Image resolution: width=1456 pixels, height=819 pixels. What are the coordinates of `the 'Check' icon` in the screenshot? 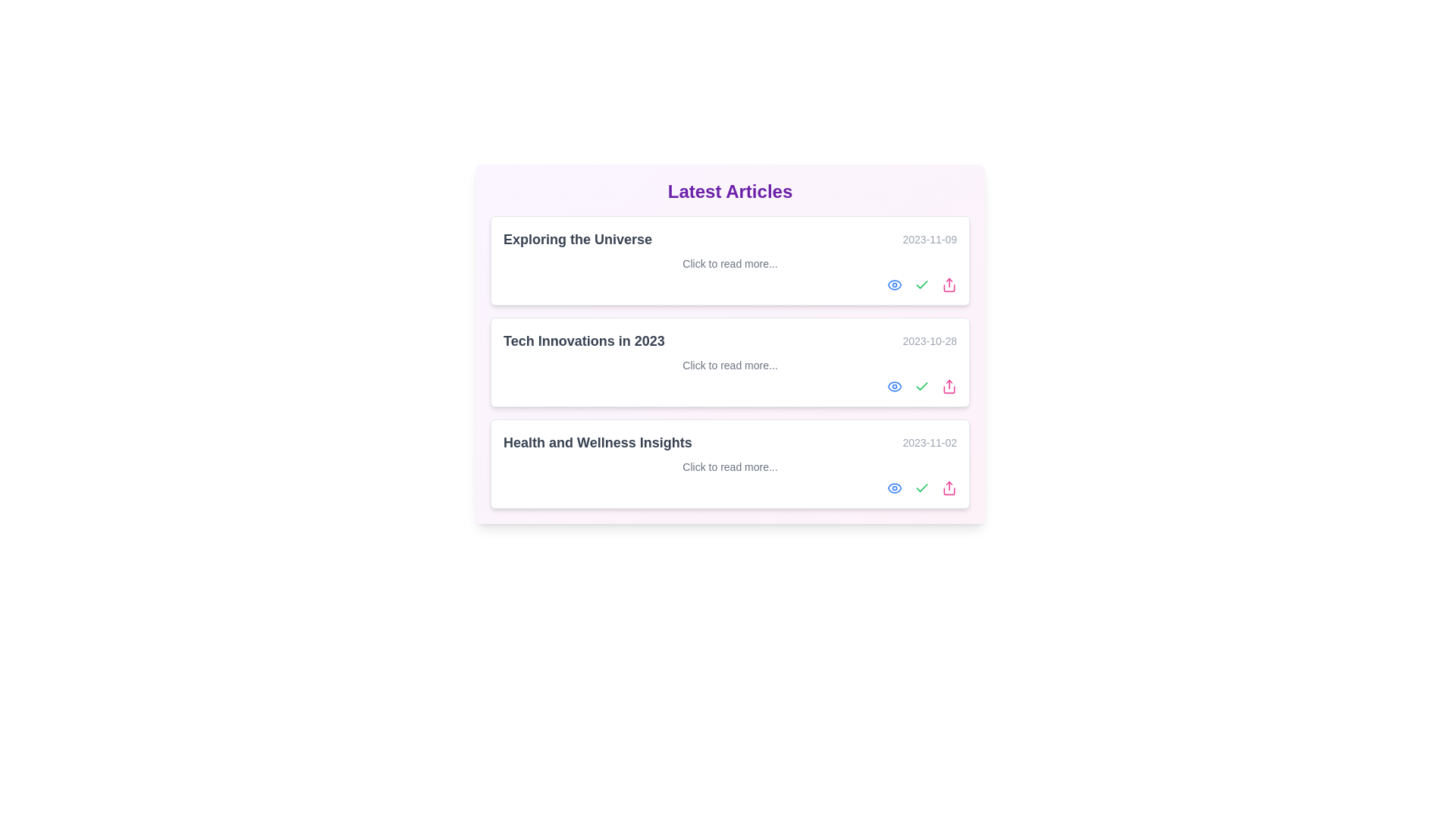 It's located at (921, 284).